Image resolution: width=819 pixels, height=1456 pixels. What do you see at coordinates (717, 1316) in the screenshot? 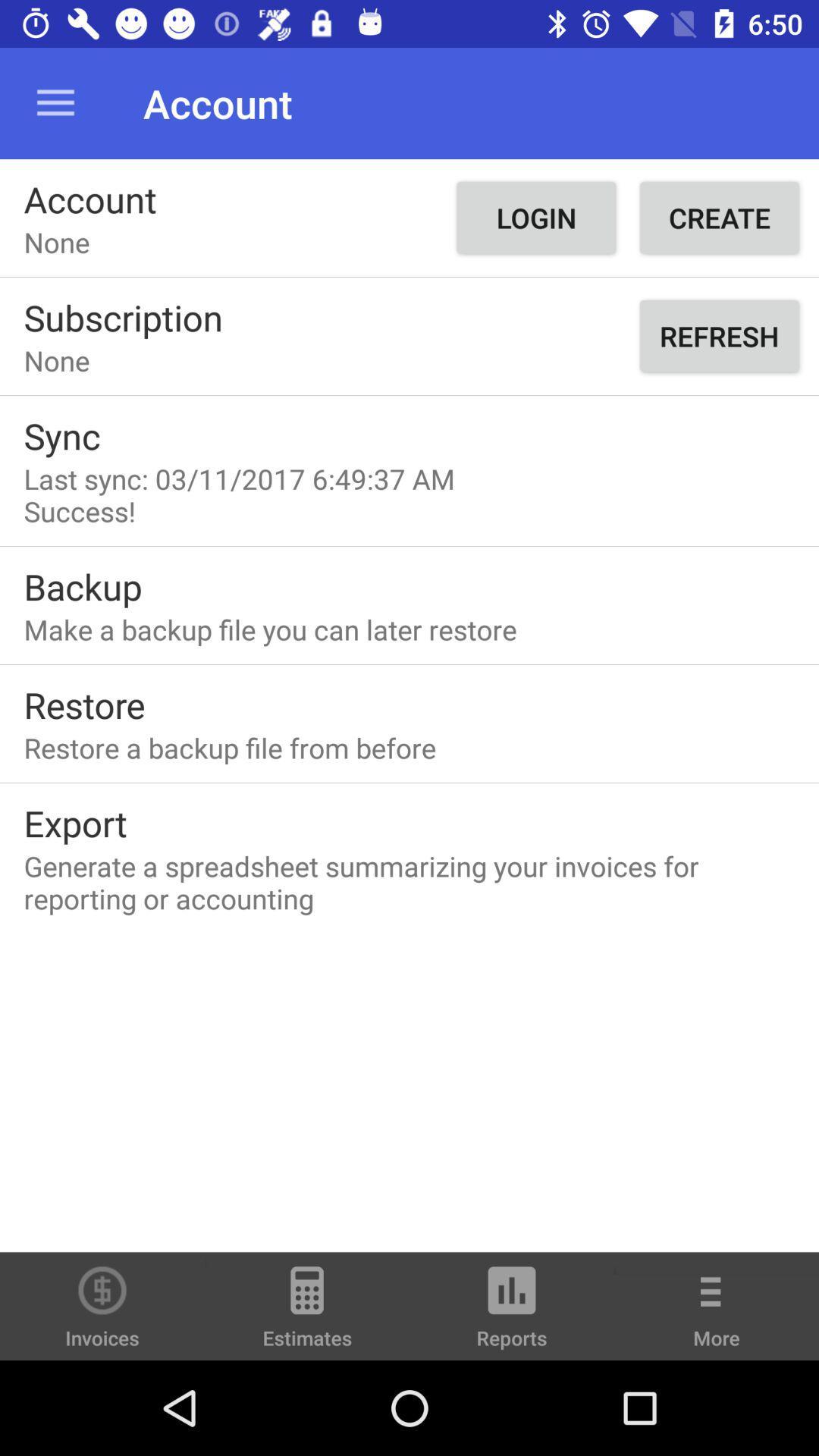
I see `the item next to the reports` at bounding box center [717, 1316].